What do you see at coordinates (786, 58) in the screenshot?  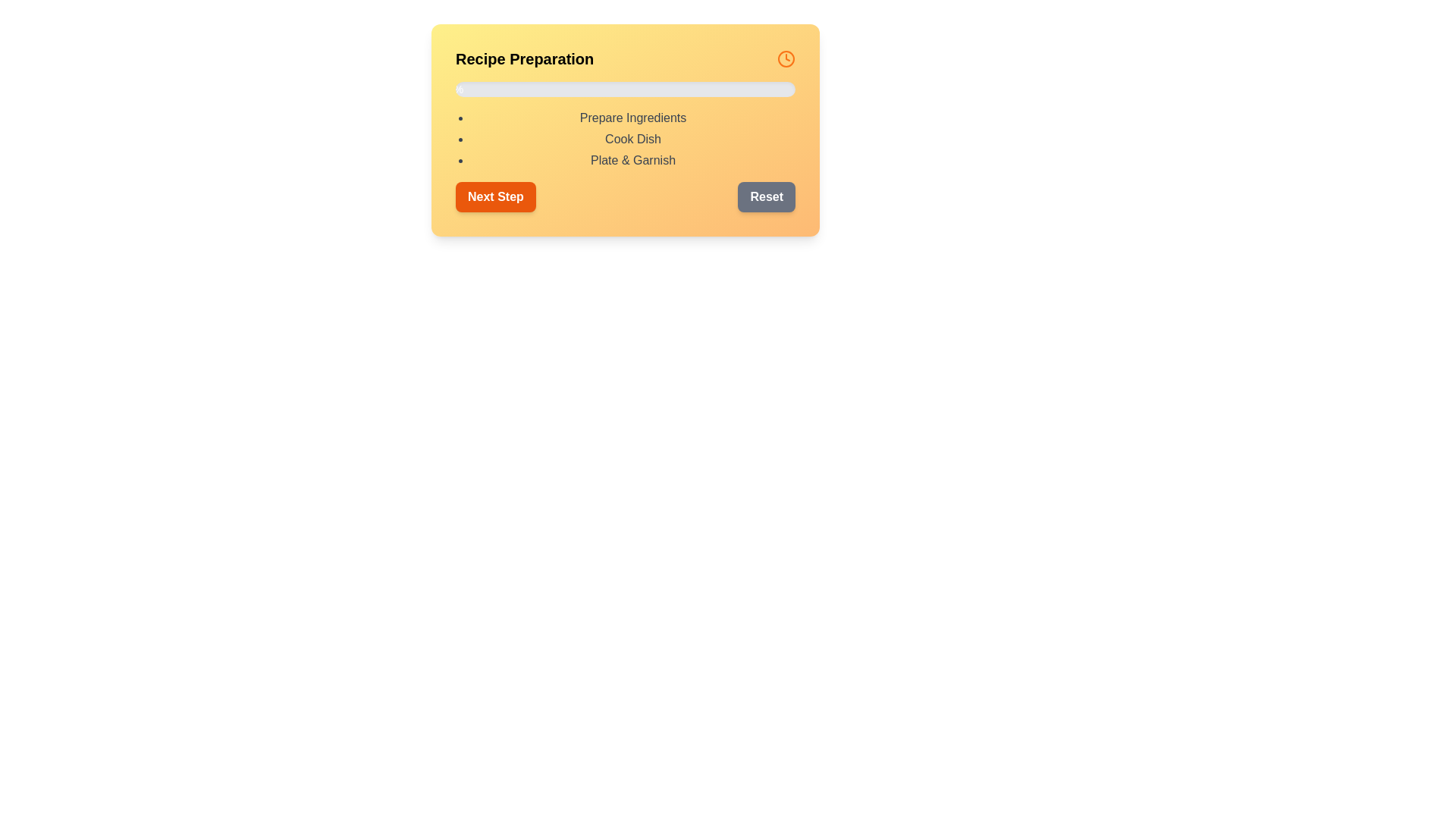 I see `the decorative SVG Circle Element that forms the base of the clock graphic in the top-right corner of the 'Recipe Preparation' card` at bounding box center [786, 58].